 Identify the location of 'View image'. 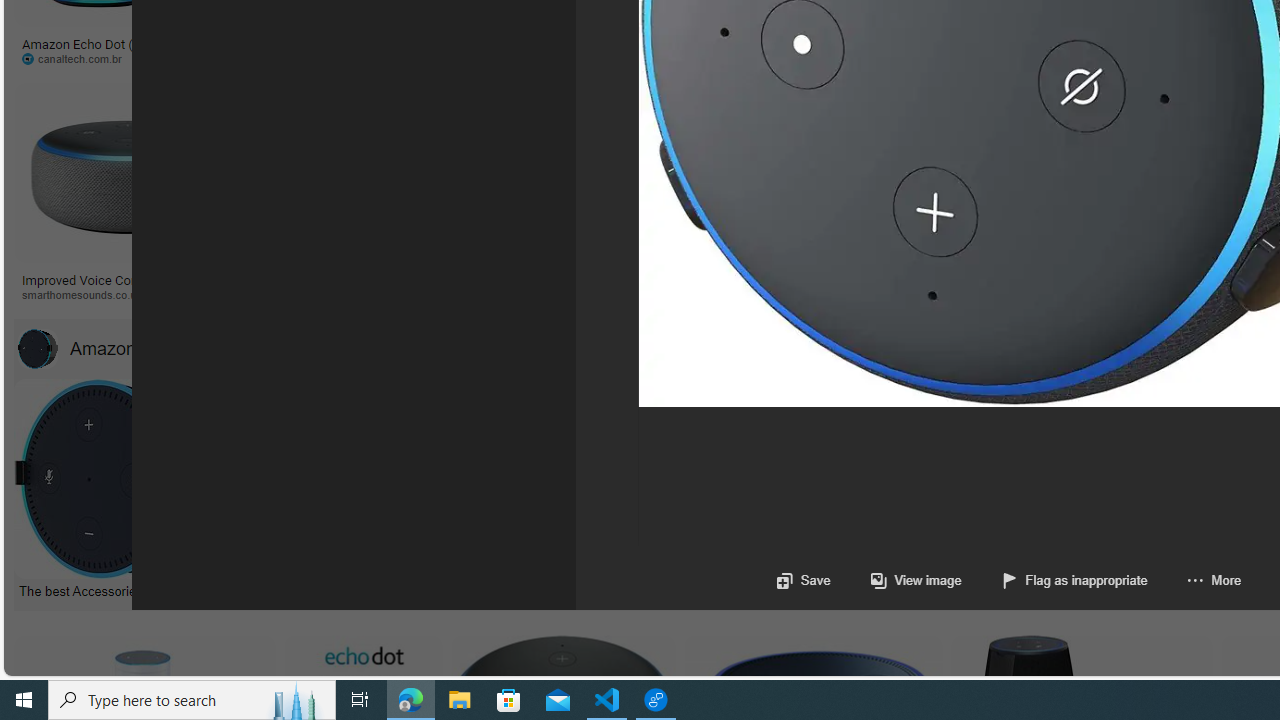
(915, 580).